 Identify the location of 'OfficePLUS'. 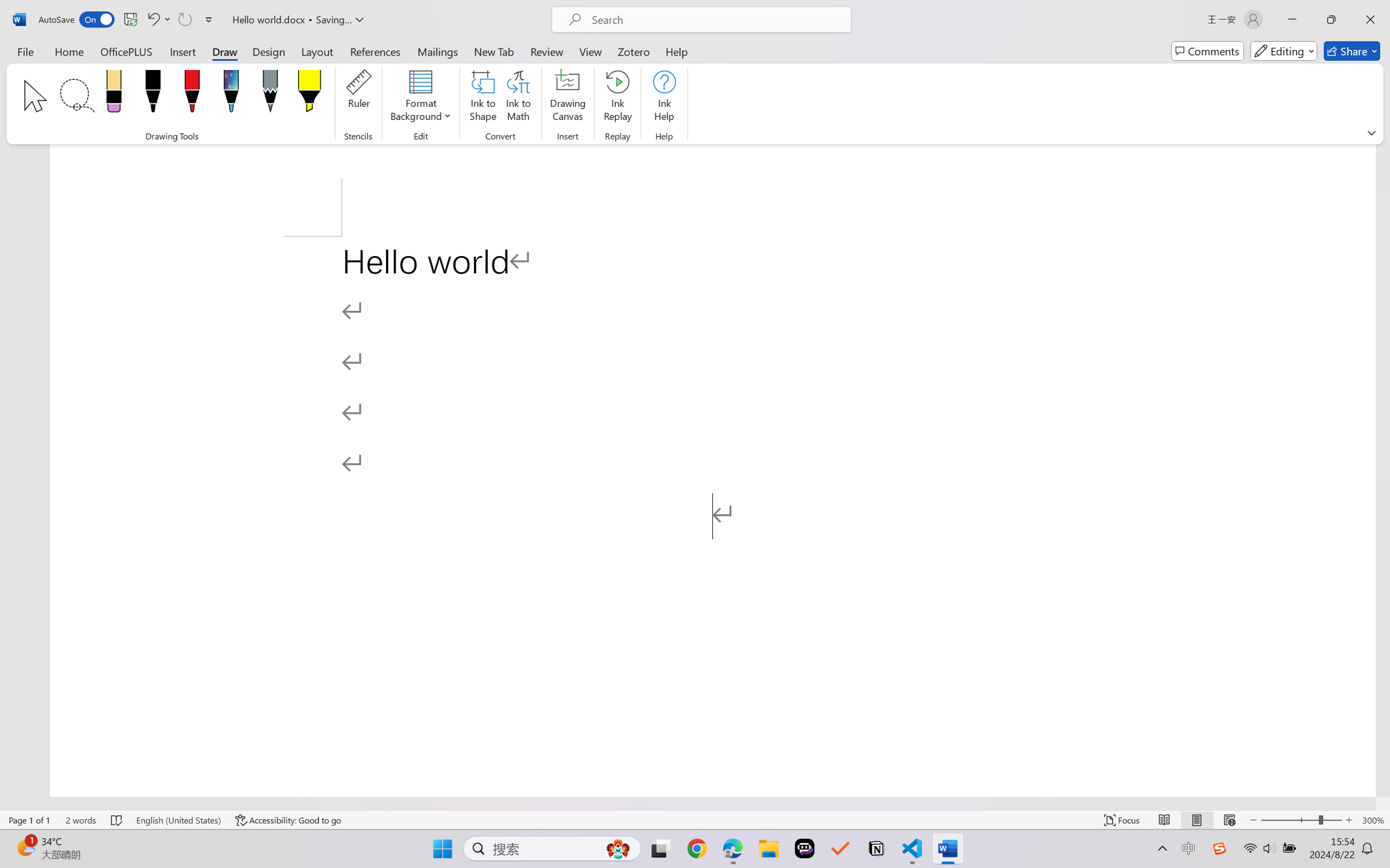
(125, 51).